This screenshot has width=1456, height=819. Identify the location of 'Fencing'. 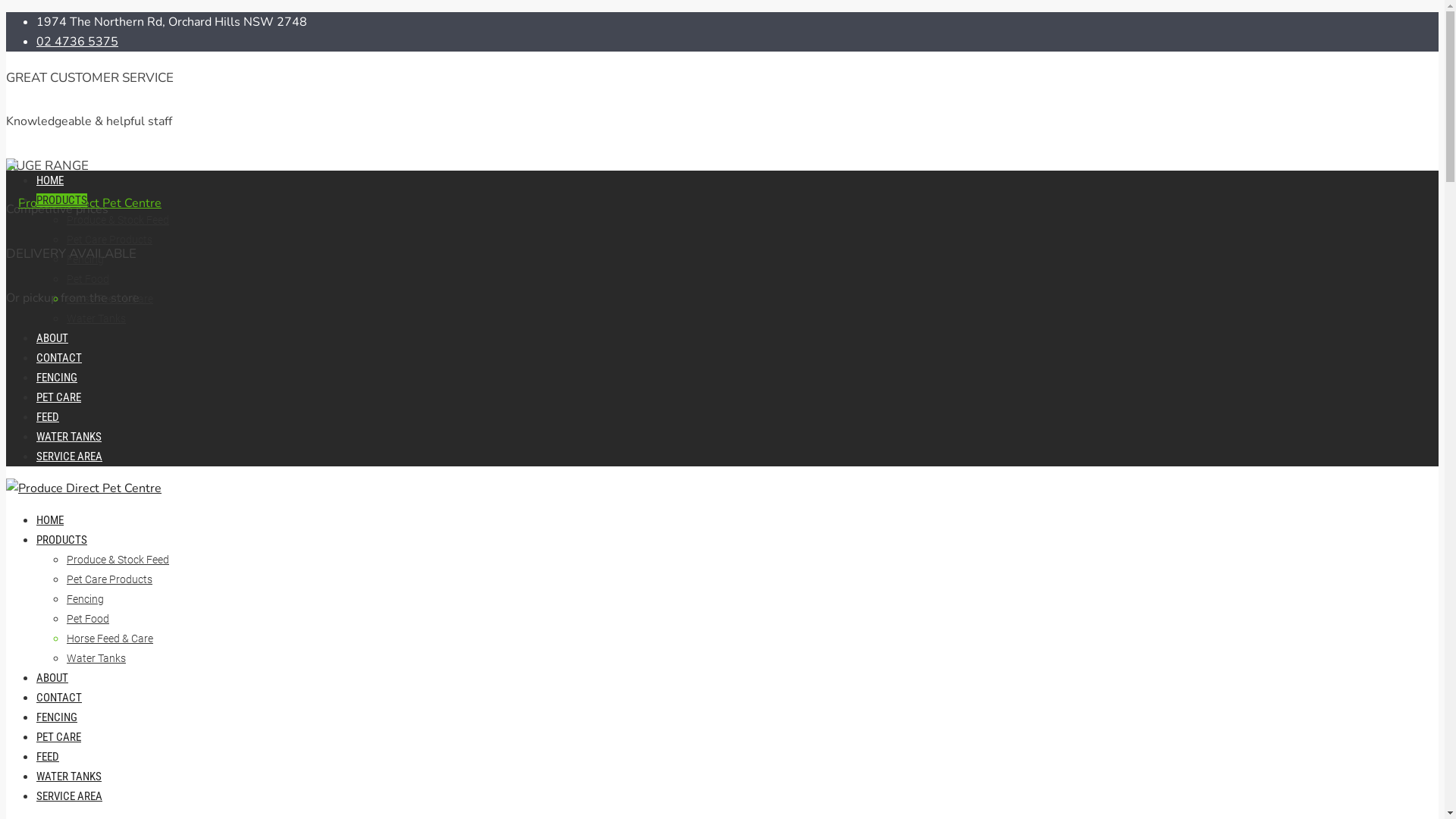
(84, 259).